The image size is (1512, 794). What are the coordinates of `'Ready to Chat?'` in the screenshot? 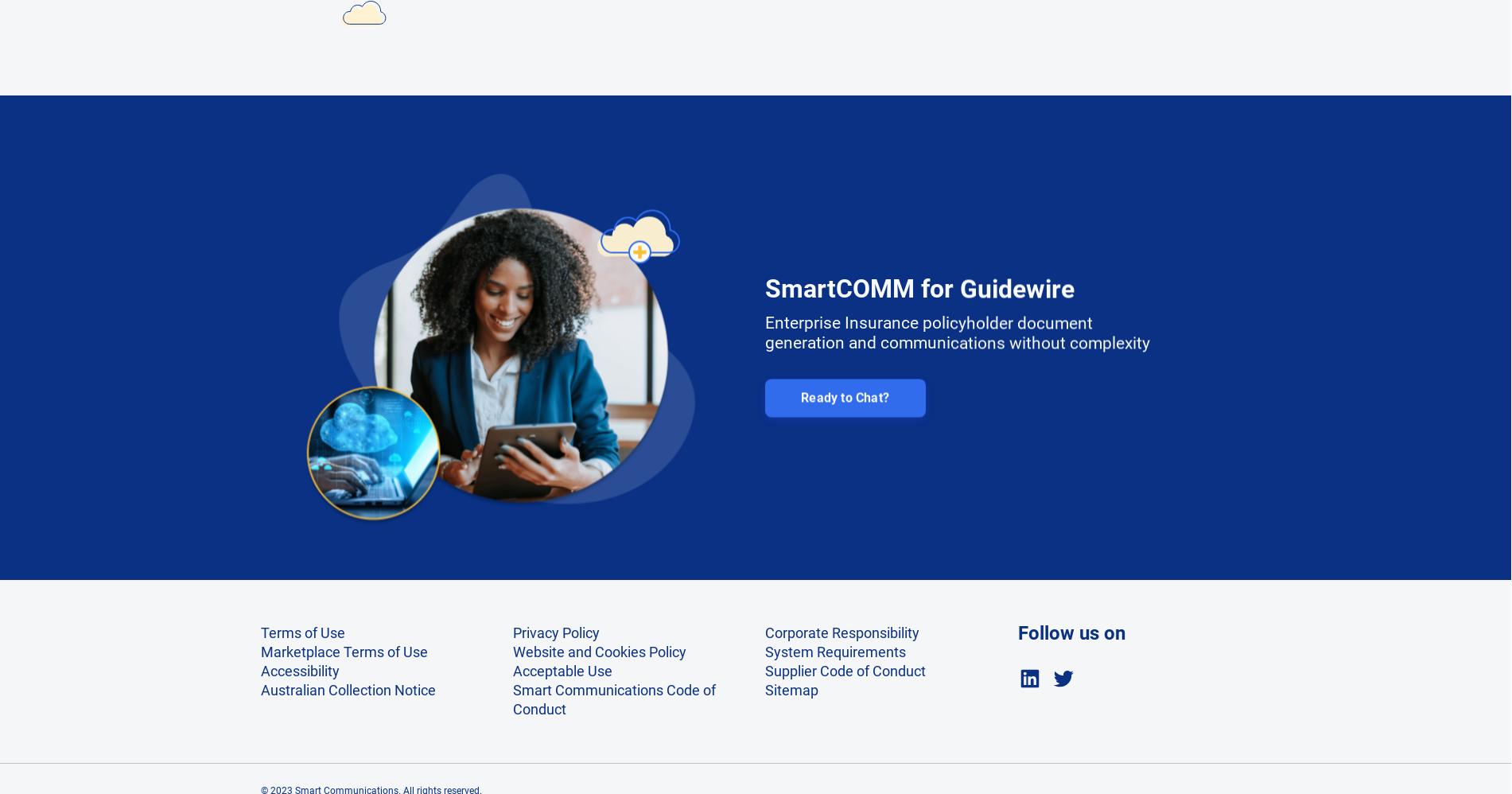 It's located at (844, 387).